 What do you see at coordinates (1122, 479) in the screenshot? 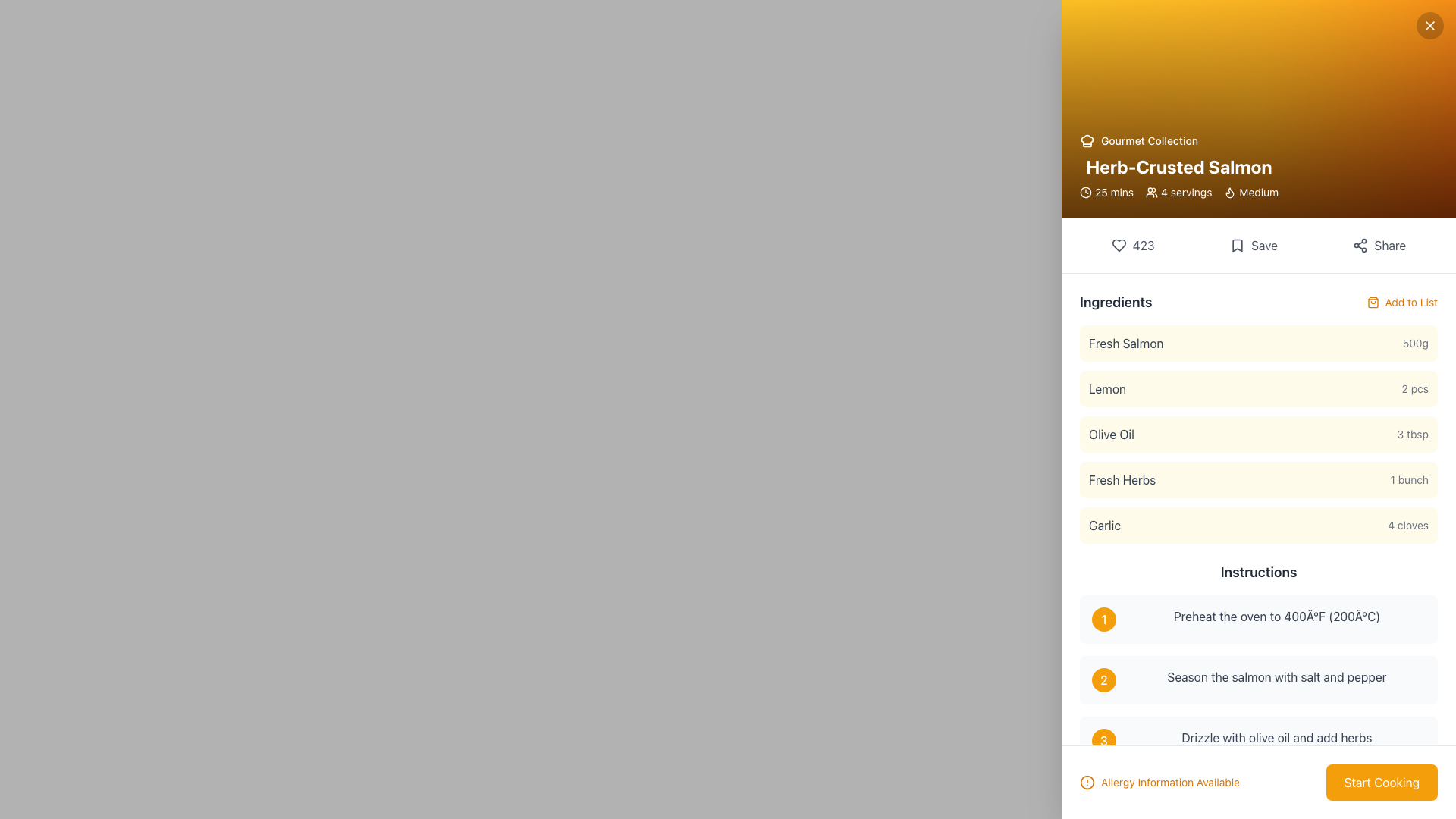
I see `the 'Fresh Herbs' text label in the 'Ingredients' section, which serves as the main title for the ingredient` at bounding box center [1122, 479].